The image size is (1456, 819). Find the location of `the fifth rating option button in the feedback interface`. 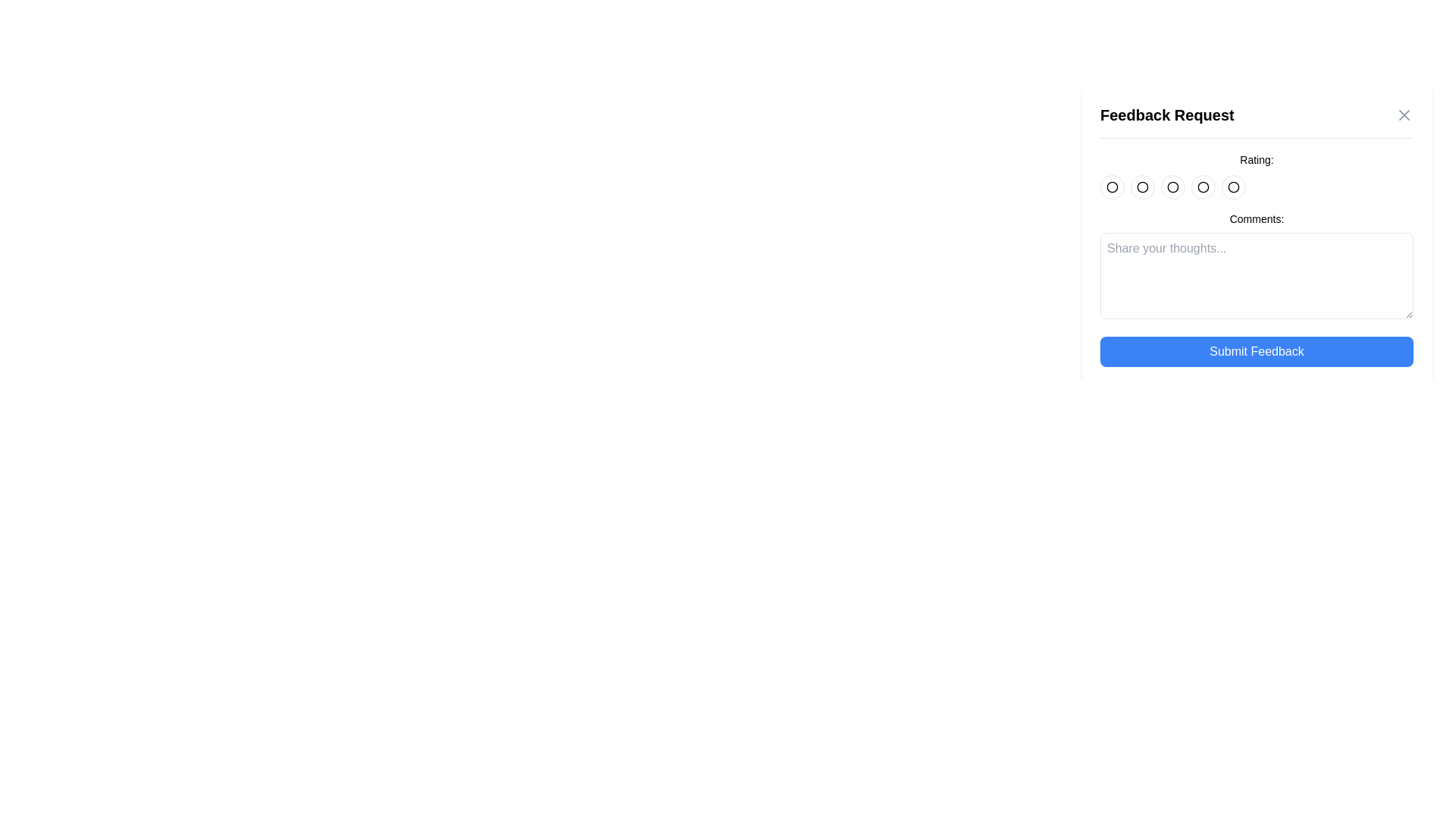

the fifth rating option button in the feedback interface is located at coordinates (1234, 186).